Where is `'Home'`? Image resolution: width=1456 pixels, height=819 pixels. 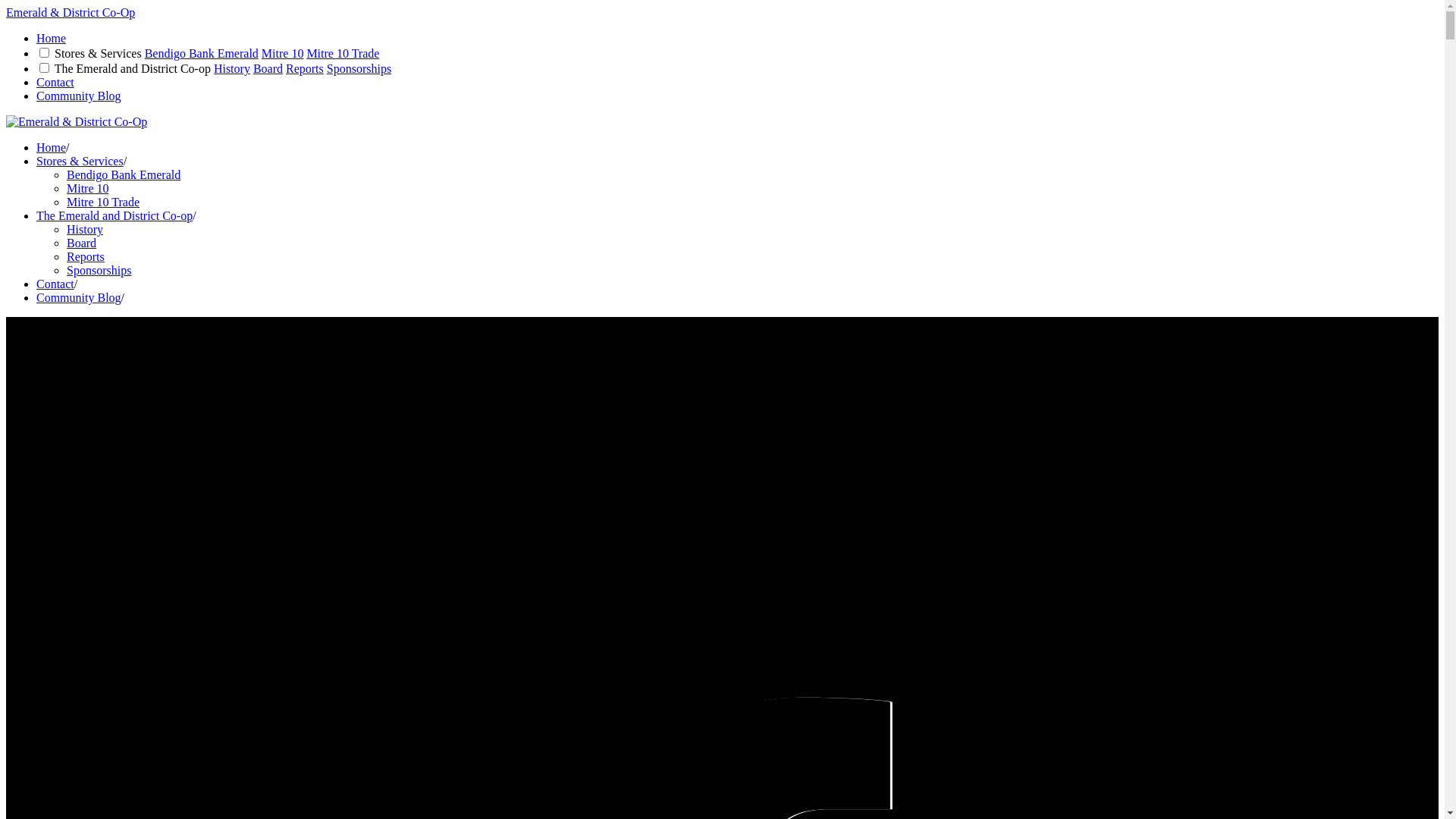 'Home' is located at coordinates (51, 37).